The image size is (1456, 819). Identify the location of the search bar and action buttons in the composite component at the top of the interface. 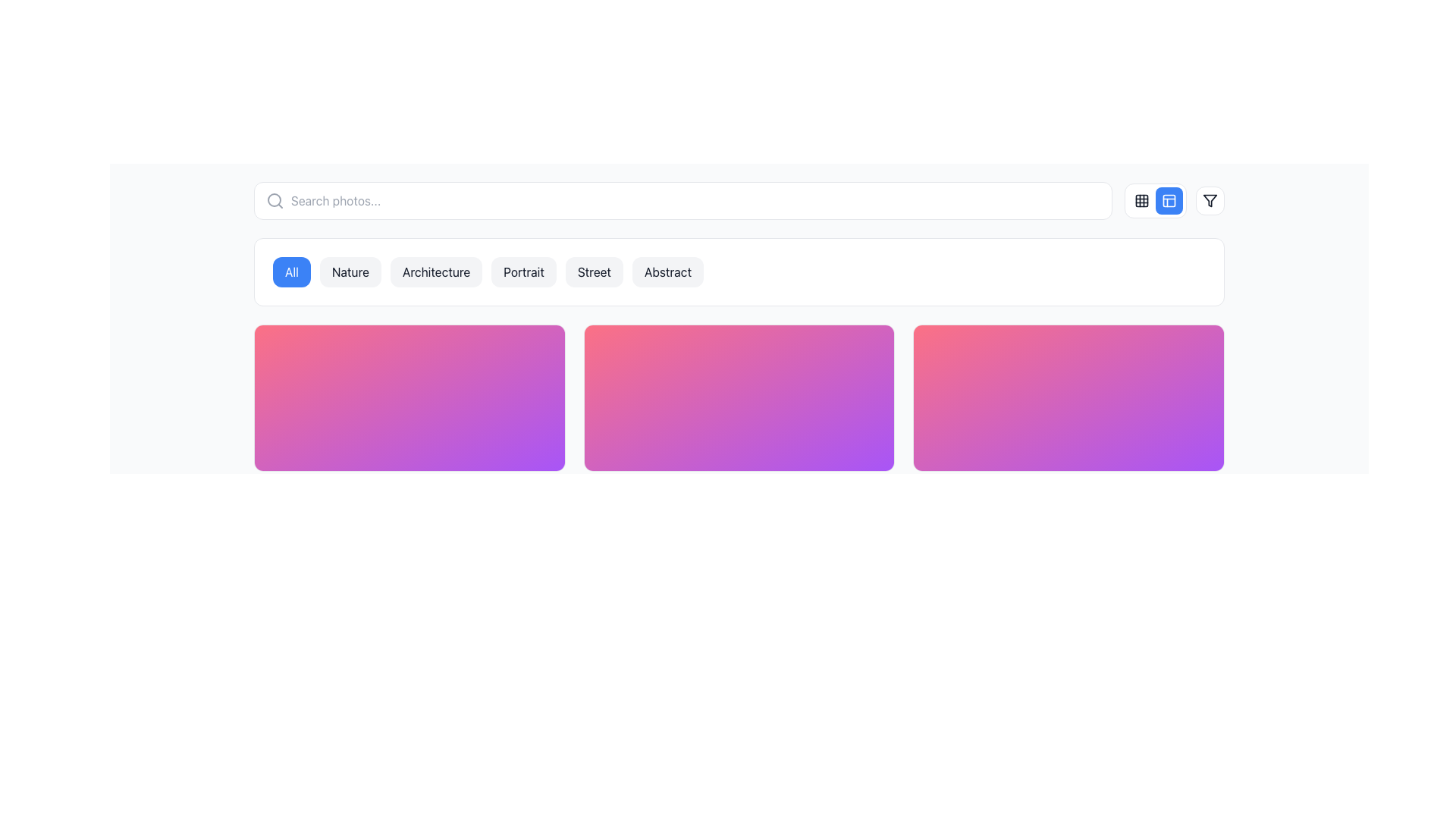
(739, 200).